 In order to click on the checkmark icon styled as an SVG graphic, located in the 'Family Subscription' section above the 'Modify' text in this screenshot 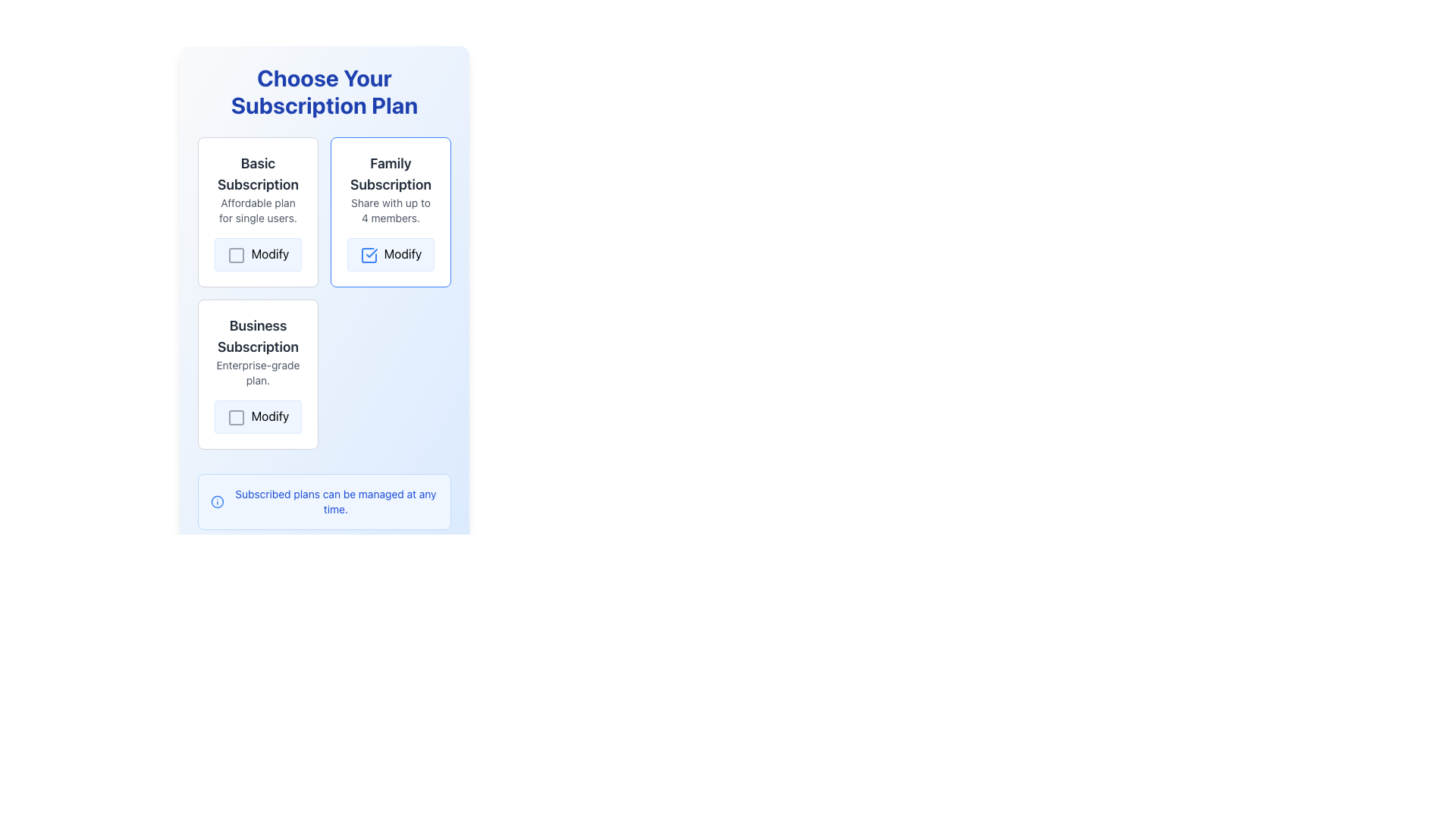, I will do `click(371, 252)`.